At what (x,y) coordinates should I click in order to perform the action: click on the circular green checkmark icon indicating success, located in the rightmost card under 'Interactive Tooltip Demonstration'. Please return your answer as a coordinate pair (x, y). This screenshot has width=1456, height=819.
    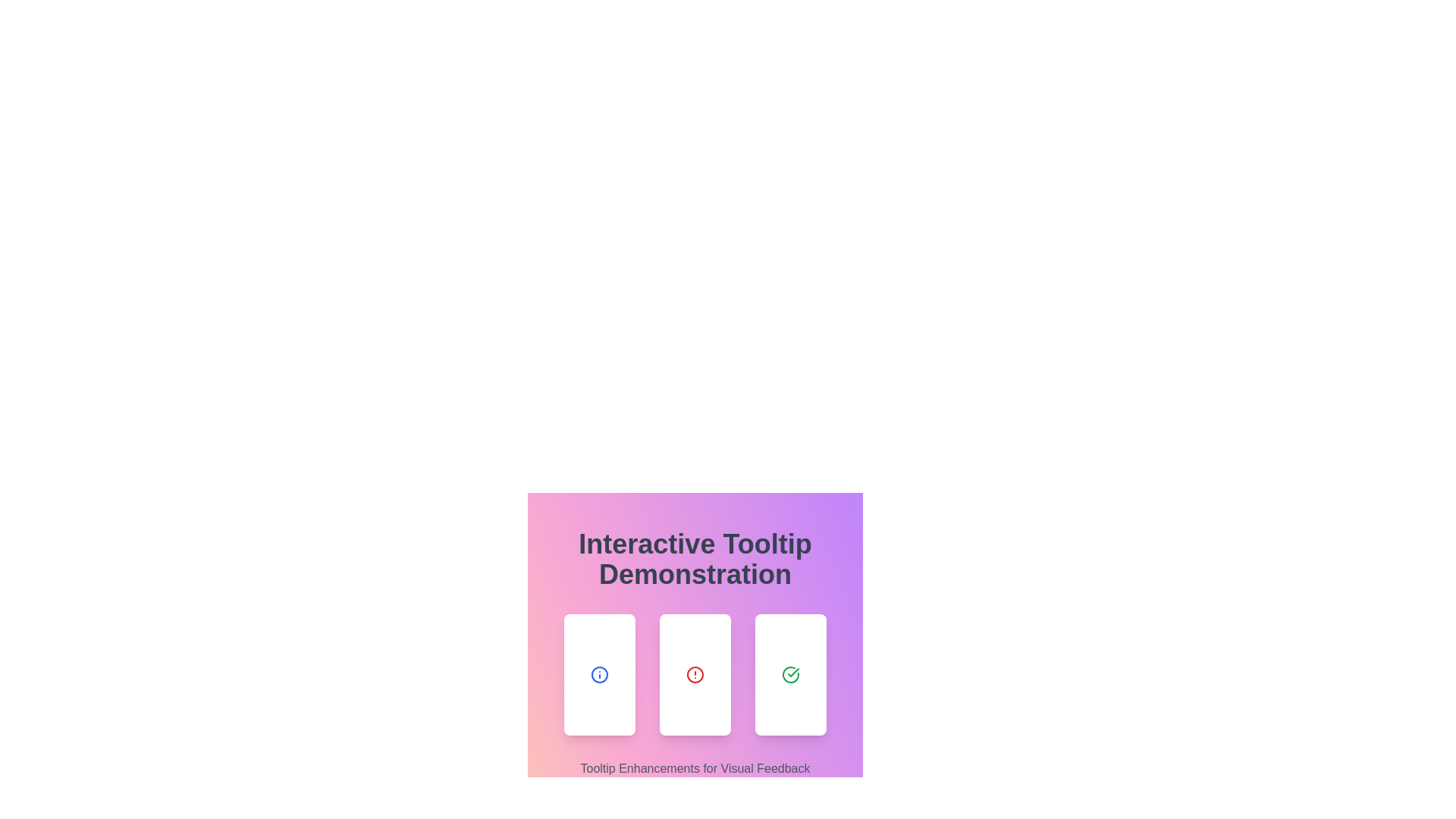
    Looking at the image, I should click on (789, 674).